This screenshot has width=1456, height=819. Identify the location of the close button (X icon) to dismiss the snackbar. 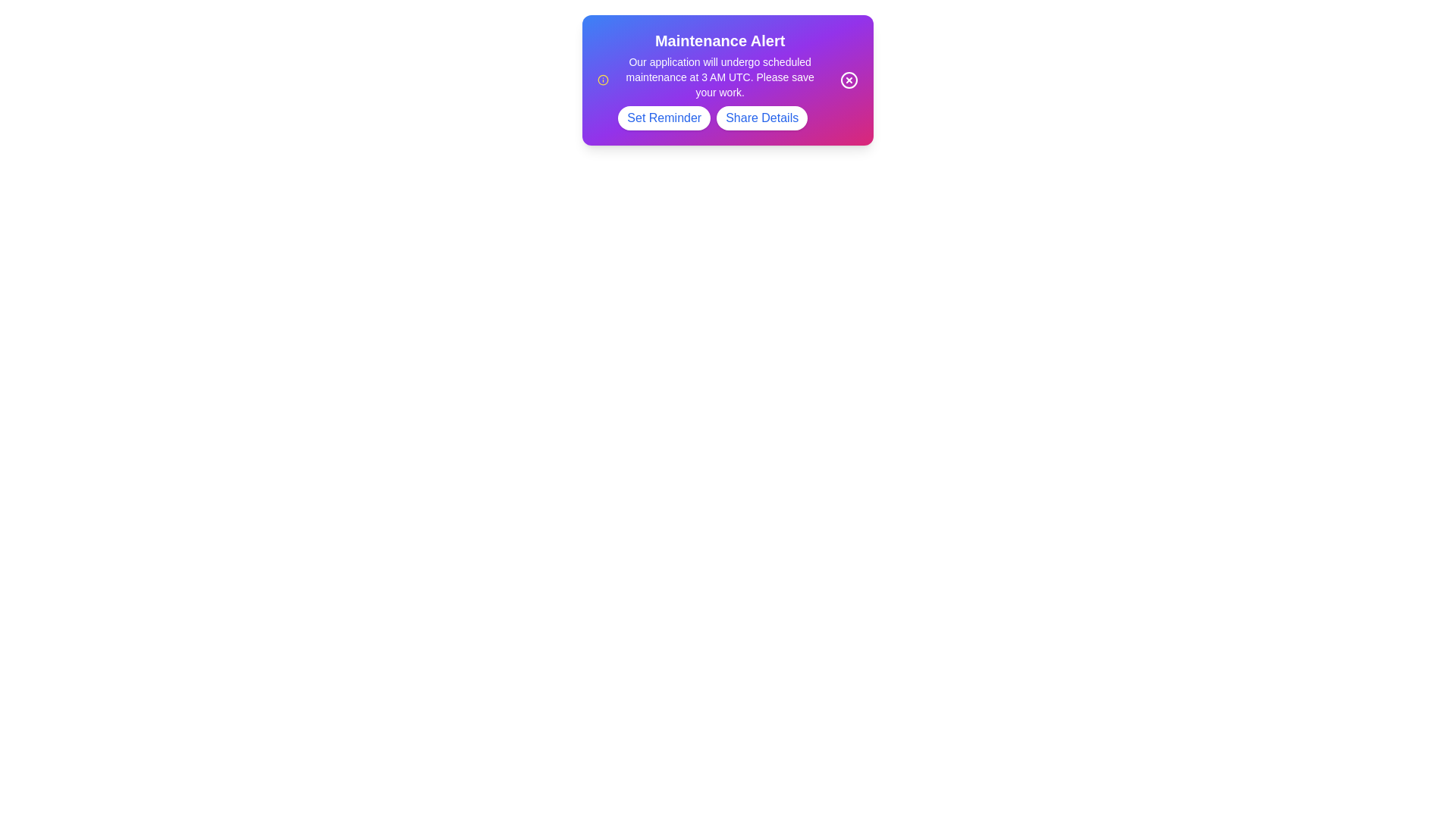
(848, 80).